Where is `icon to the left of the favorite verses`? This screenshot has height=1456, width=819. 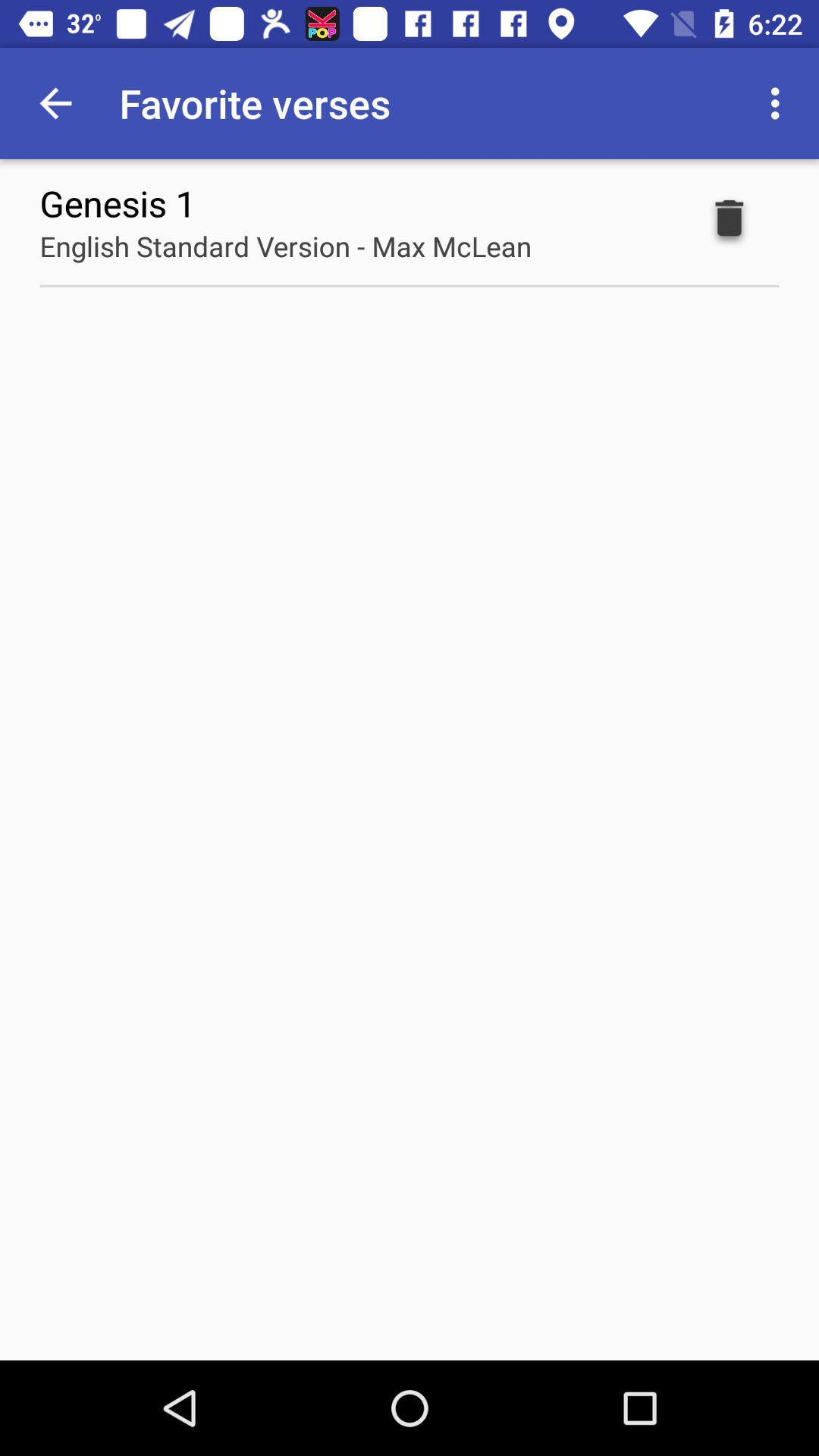 icon to the left of the favorite verses is located at coordinates (55, 102).